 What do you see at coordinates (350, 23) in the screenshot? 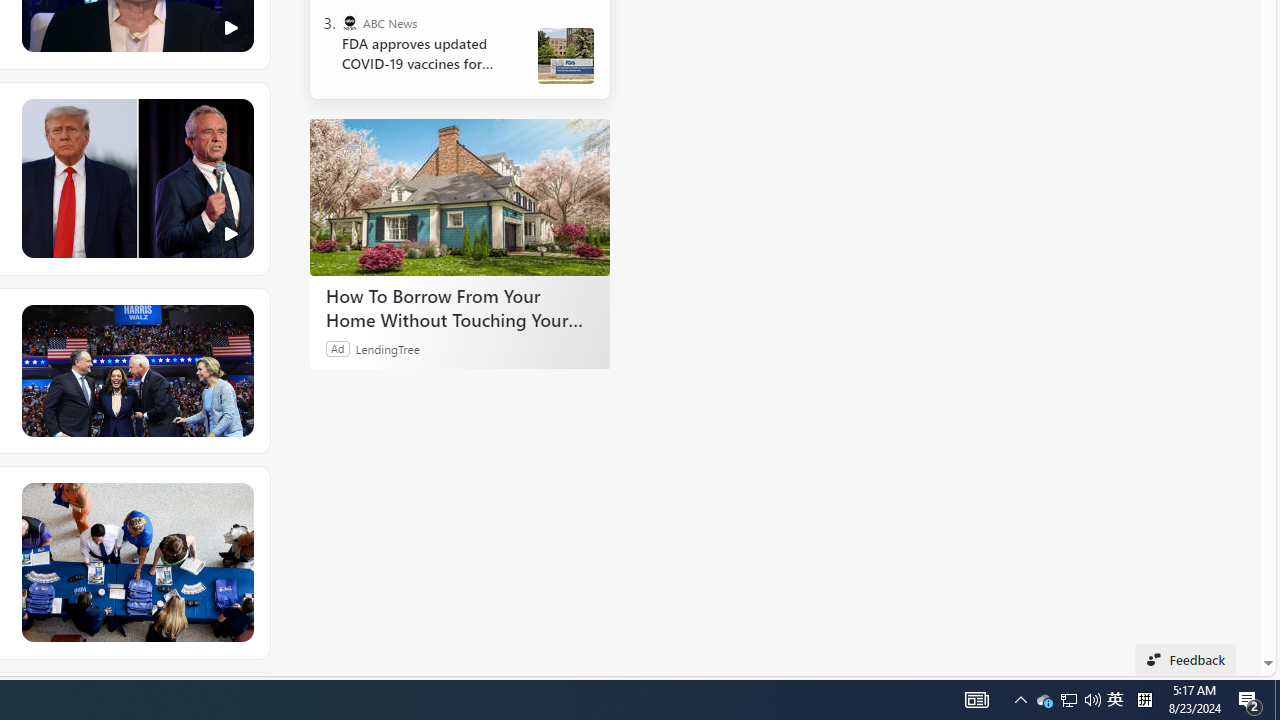
I see `'ABC News'` at bounding box center [350, 23].